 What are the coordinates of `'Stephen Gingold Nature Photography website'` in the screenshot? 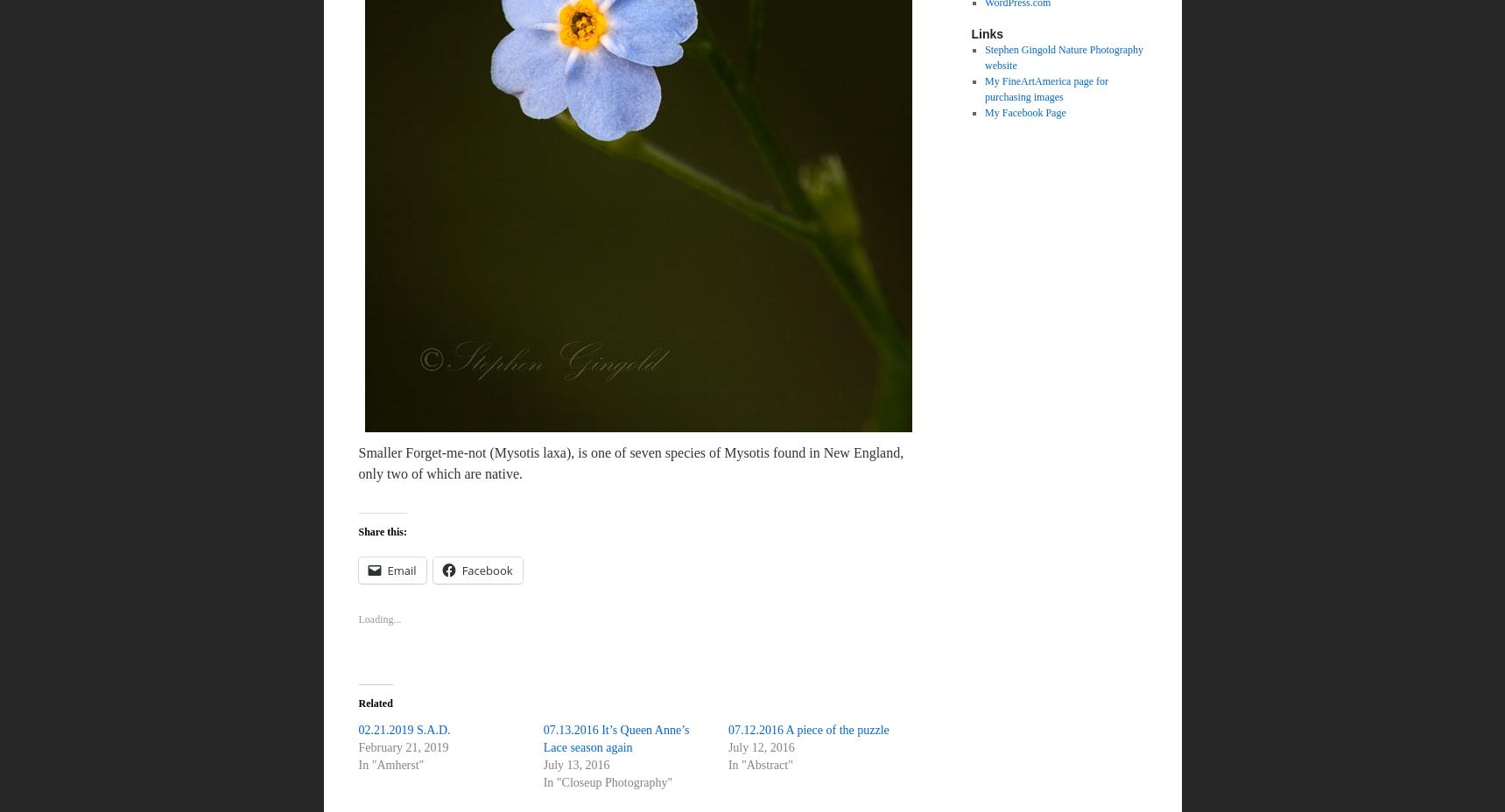 It's located at (1064, 56).